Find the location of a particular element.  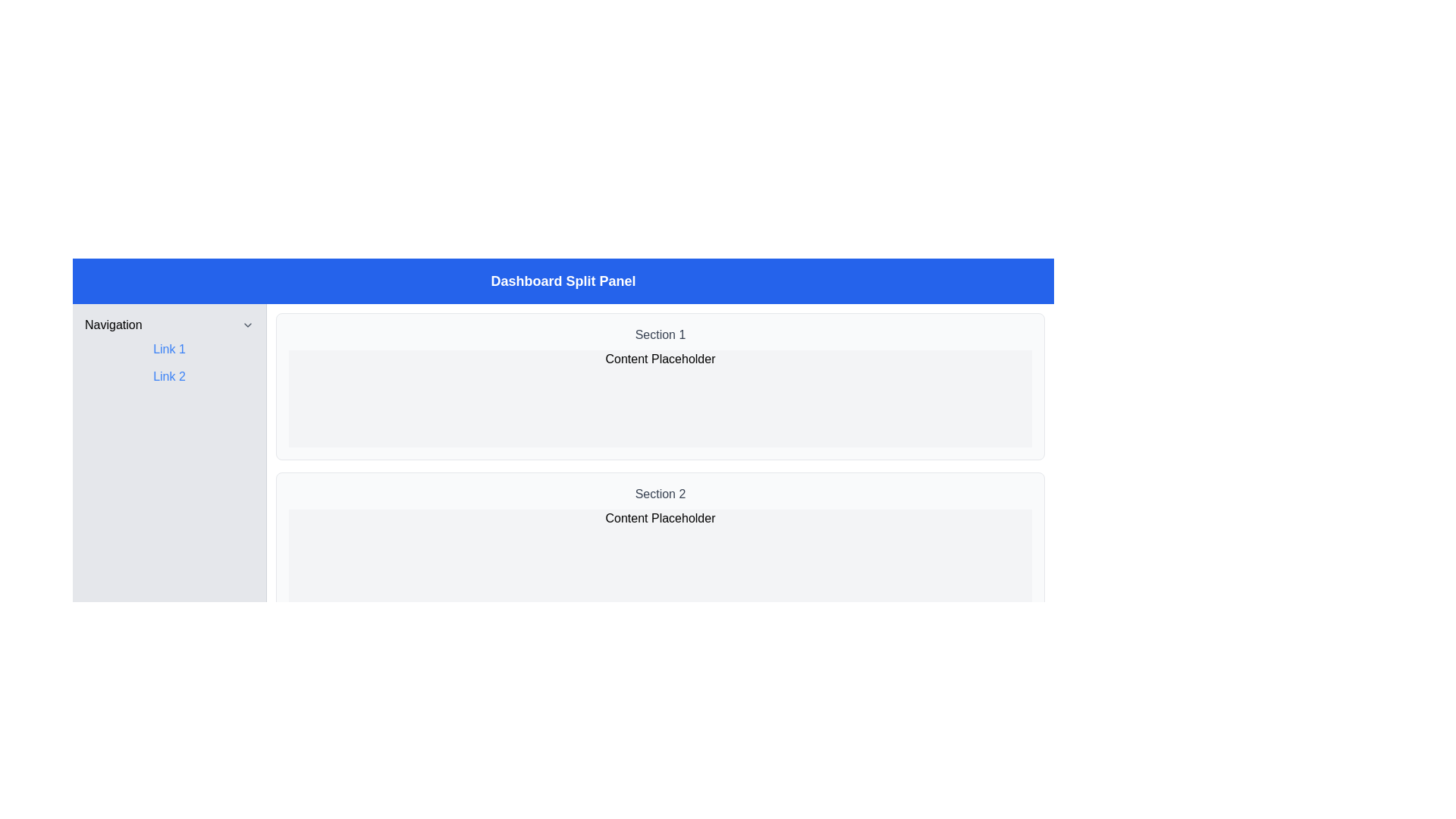

the downward-pointing chevron icon located on the right side of the 'Navigation' label in the sidebar is located at coordinates (247, 324).